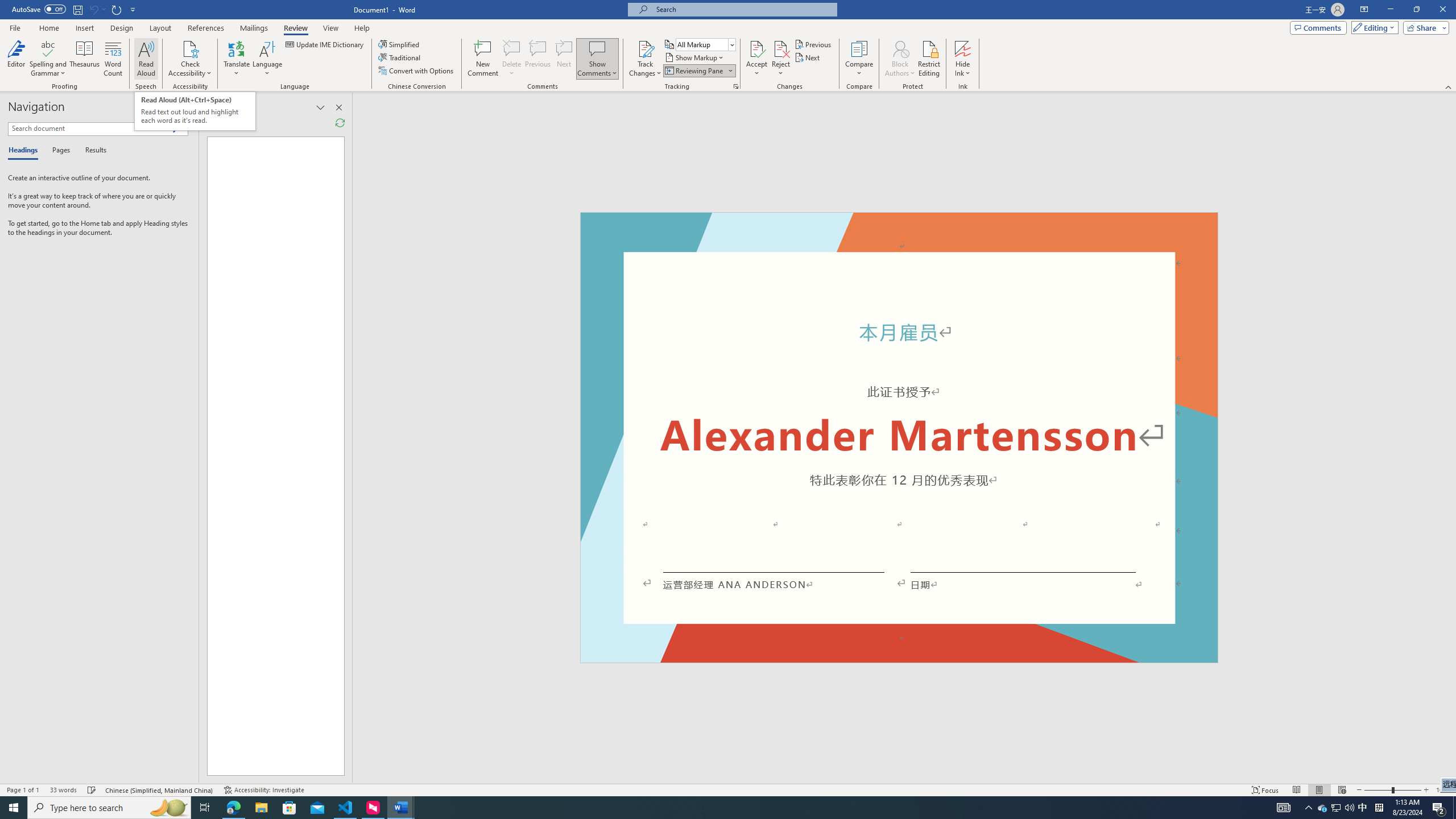 The image size is (1456, 819). Describe the element at coordinates (14, 27) in the screenshot. I see `'File Tab'` at that location.